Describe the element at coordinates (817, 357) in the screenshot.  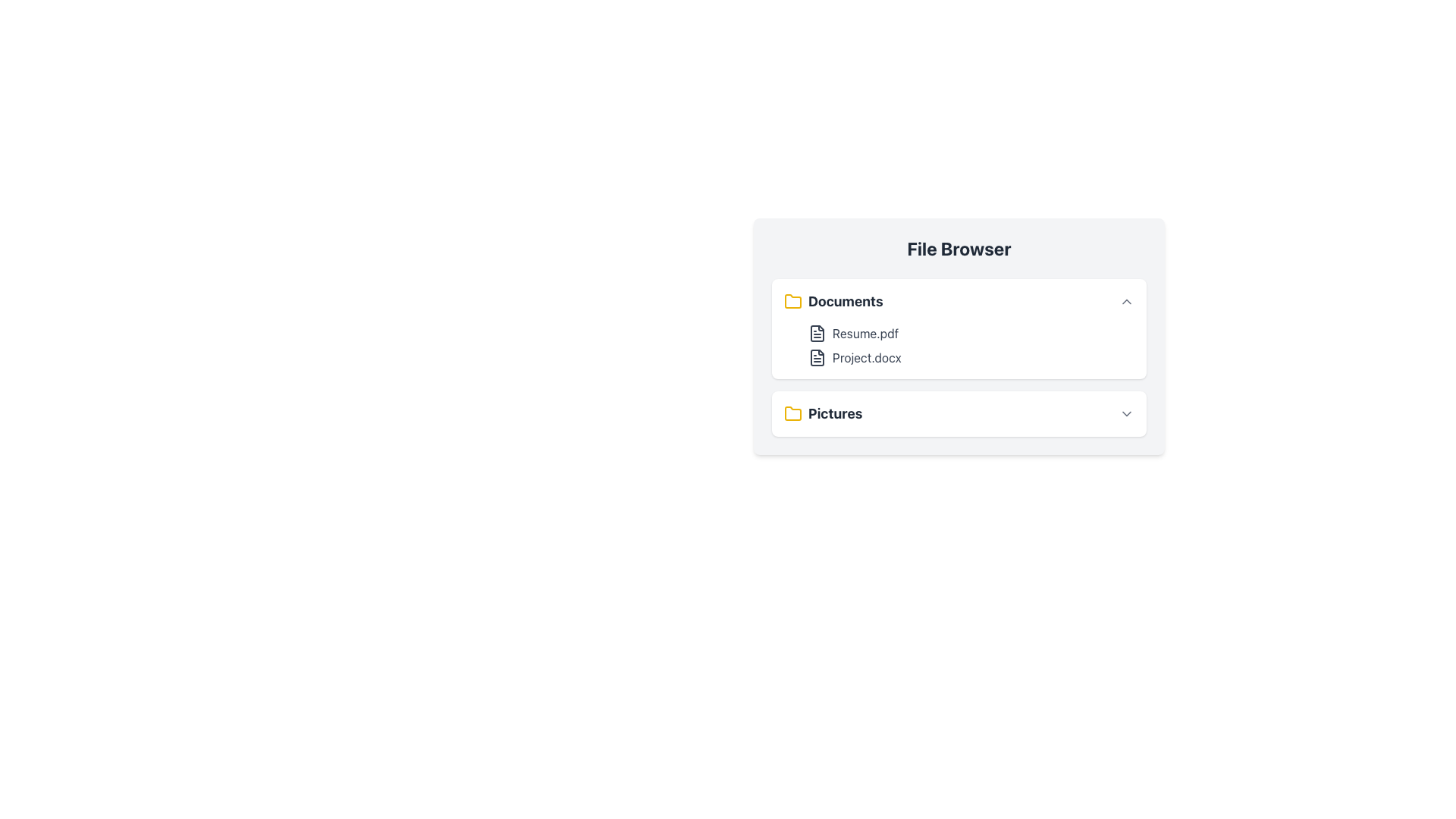
I see `the document icon for 'Project.docx' in the 'Documents' section of the 'File Browser'` at that location.